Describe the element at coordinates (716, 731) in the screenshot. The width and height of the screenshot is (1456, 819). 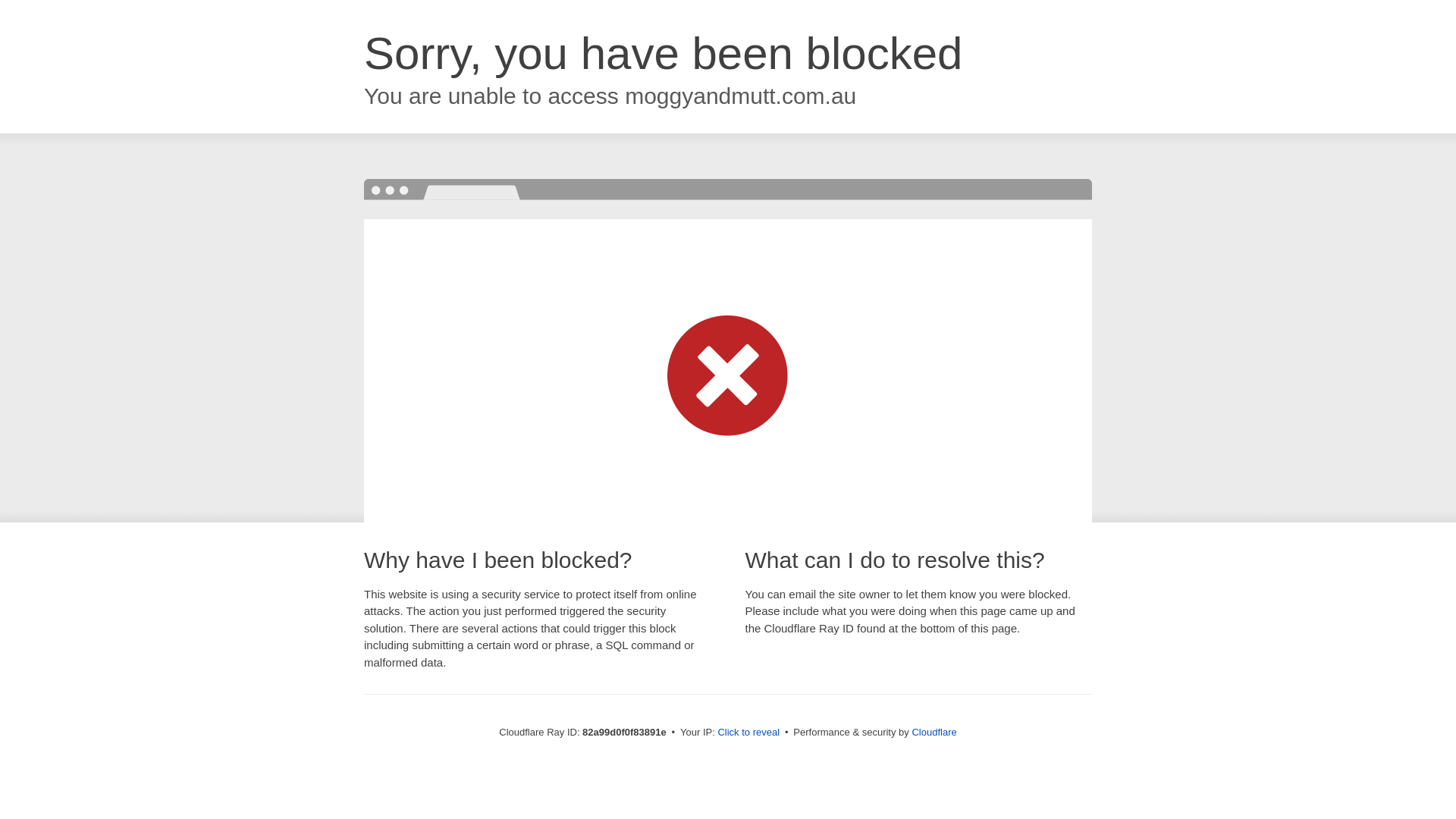
I see `'Click to reveal'` at that location.